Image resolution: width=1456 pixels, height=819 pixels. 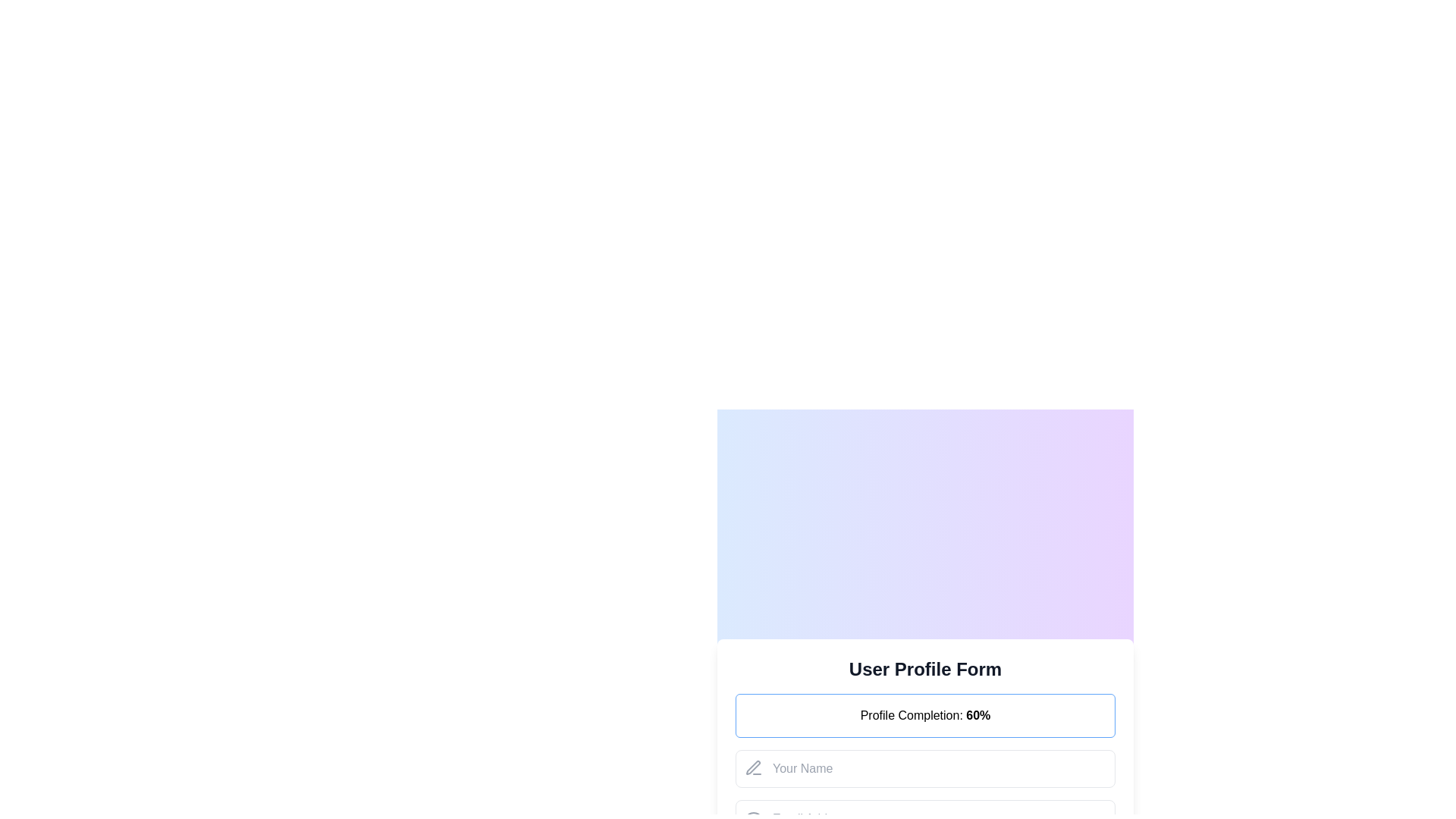 I want to click on the Text heading that serves as the title for the form, located at the top of the card above the 'Profile Completion: 60%' section, so click(x=924, y=668).